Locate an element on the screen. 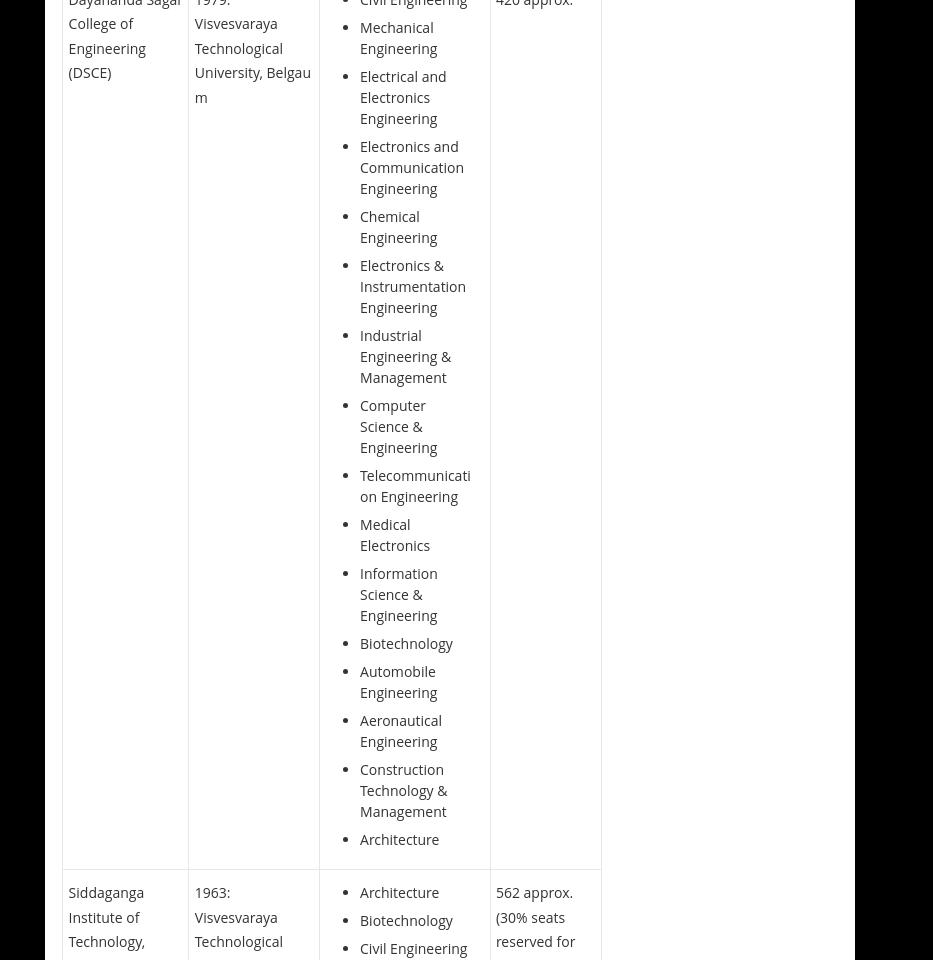 This screenshot has width=933, height=960. 'Computer Science & Engineering' is located at coordinates (398, 425).